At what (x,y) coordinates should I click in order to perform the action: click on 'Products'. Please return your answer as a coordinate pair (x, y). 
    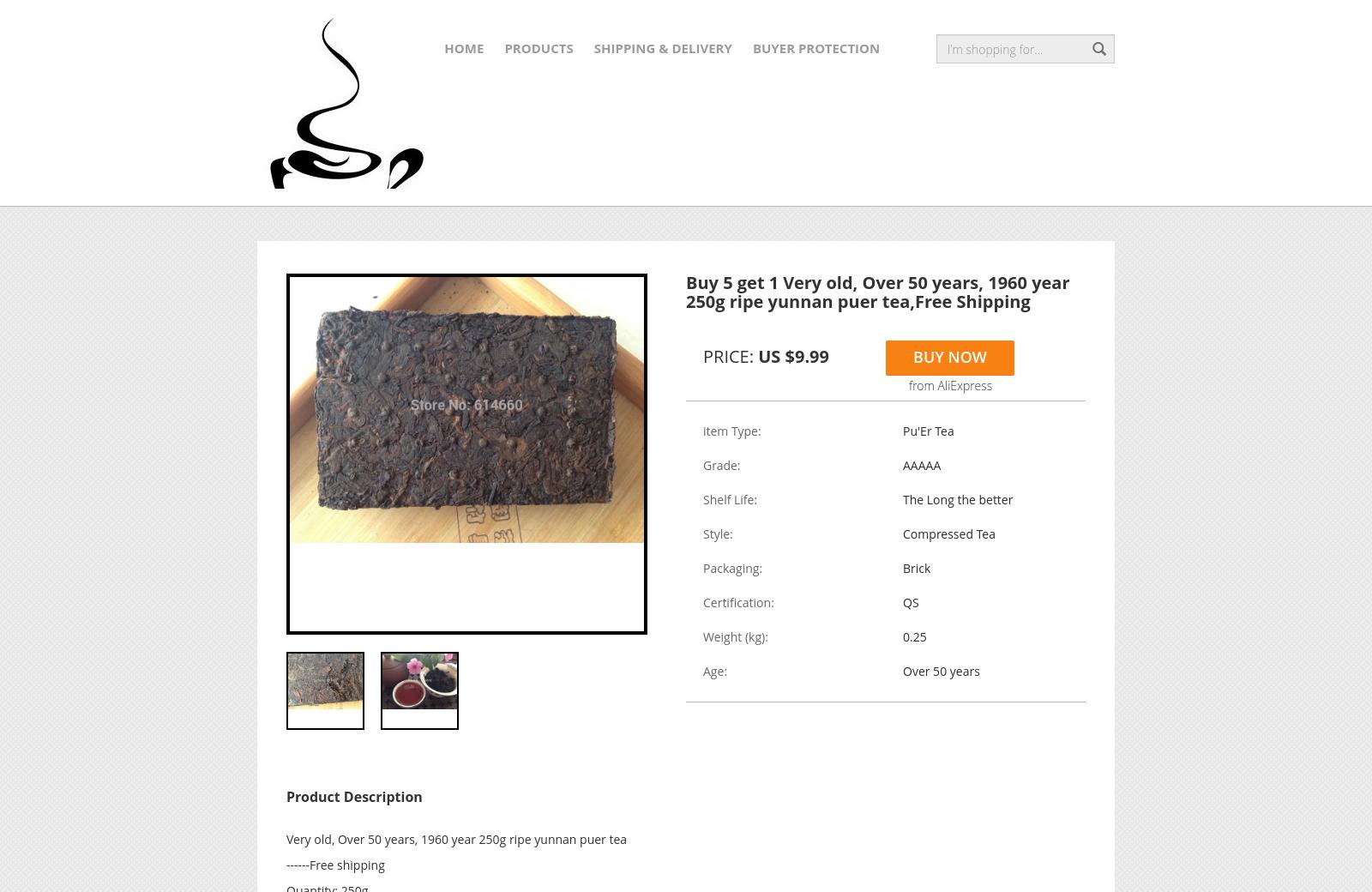
    Looking at the image, I should click on (539, 46).